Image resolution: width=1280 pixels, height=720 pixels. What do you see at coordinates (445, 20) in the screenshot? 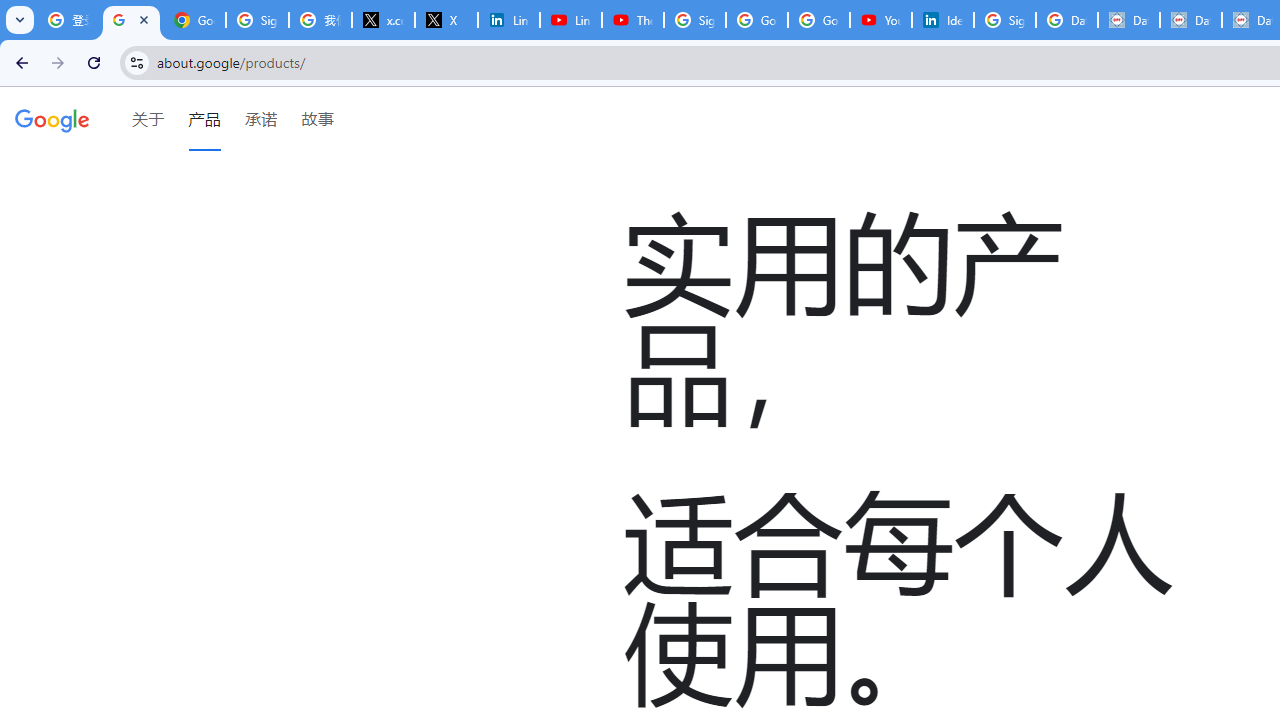
I see `'X'` at bounding box center [445, 20].